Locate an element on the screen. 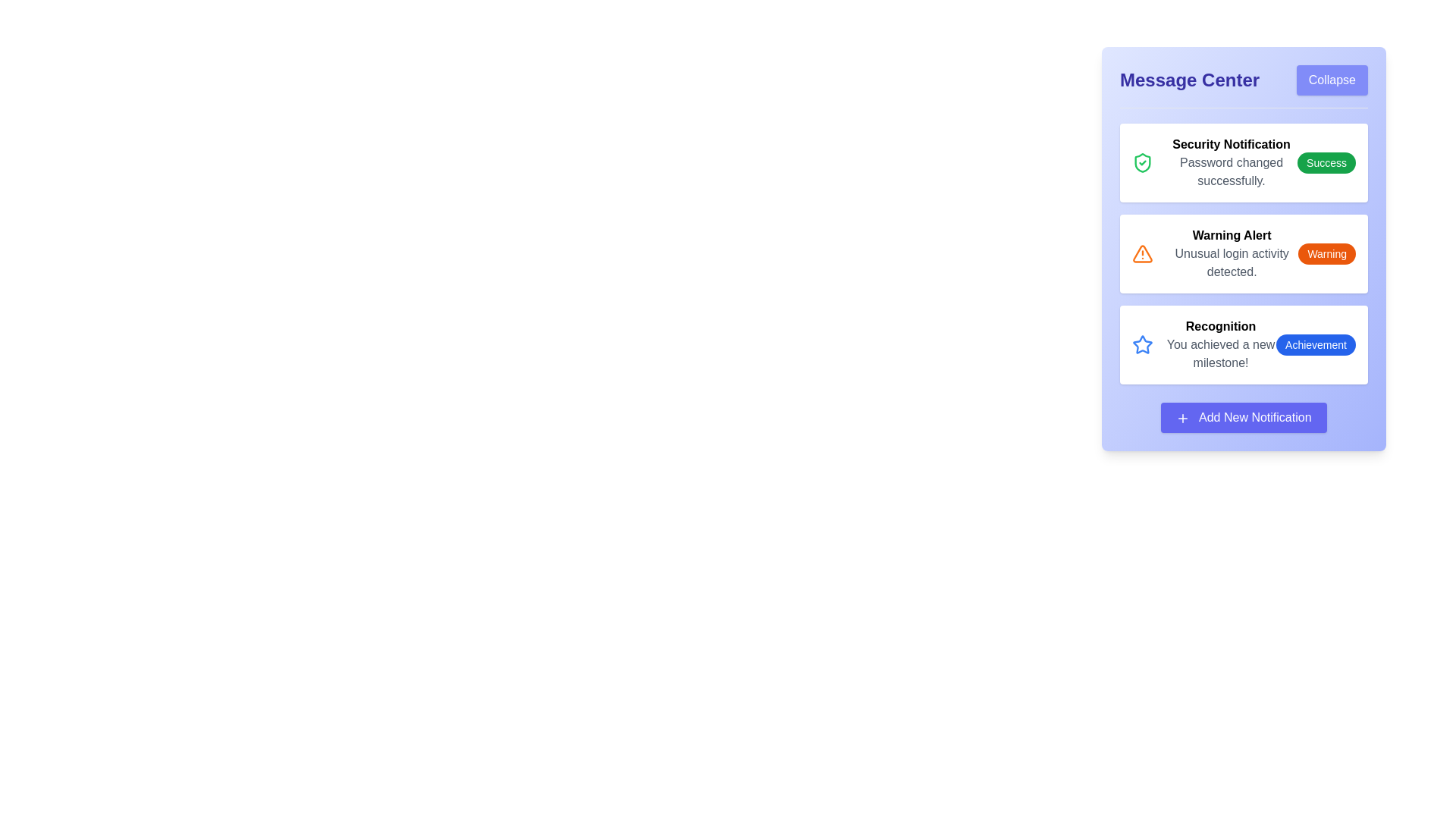  the star icon outlined in blue, which is positioned at the leftmost side of the white card labeled 'Recognition' is located at coordinates (1143, 345).